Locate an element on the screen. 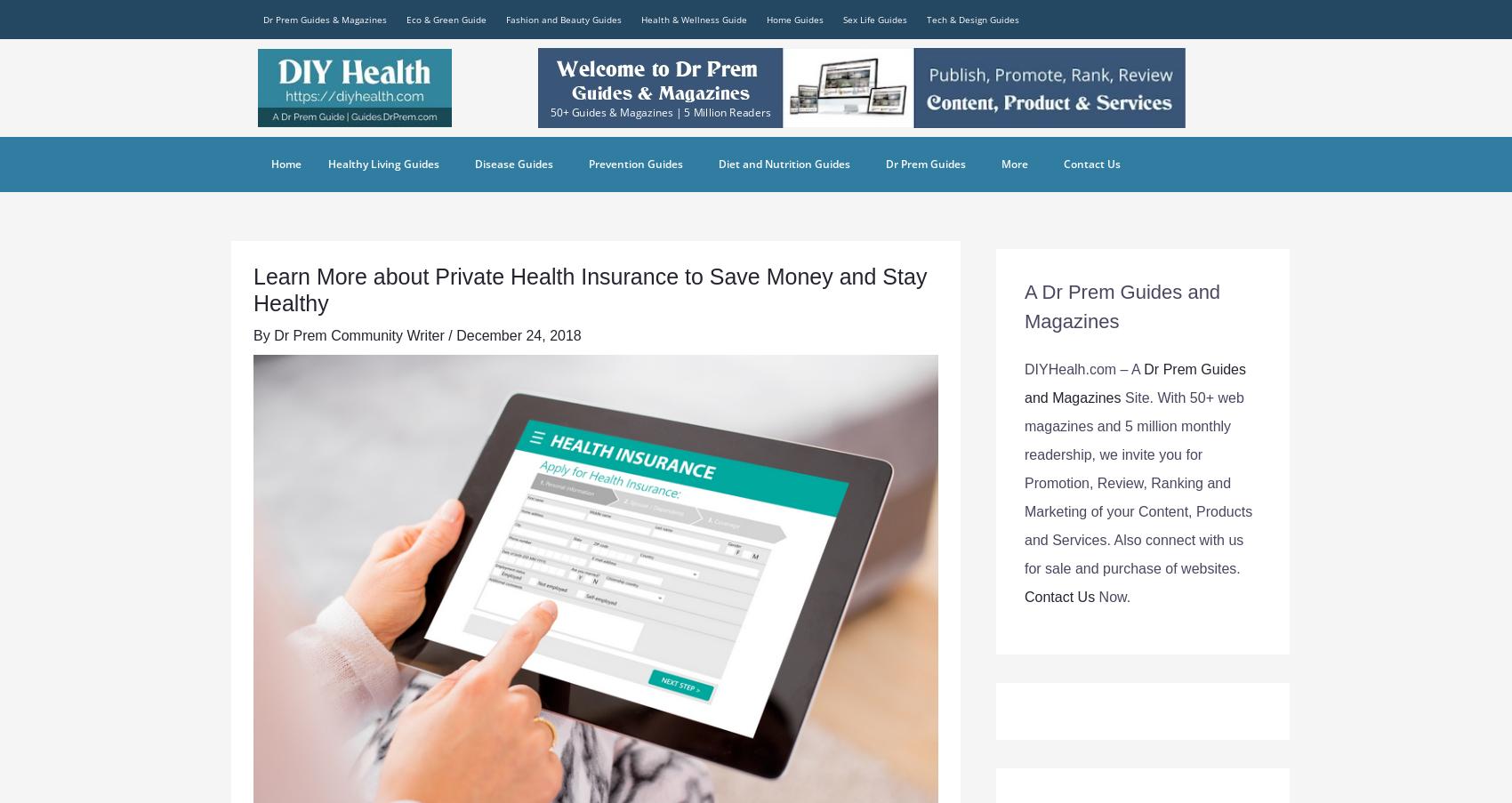 The image size is (1512, 803). 'GizmoChunk.com' is located at coordinates (933, 162).